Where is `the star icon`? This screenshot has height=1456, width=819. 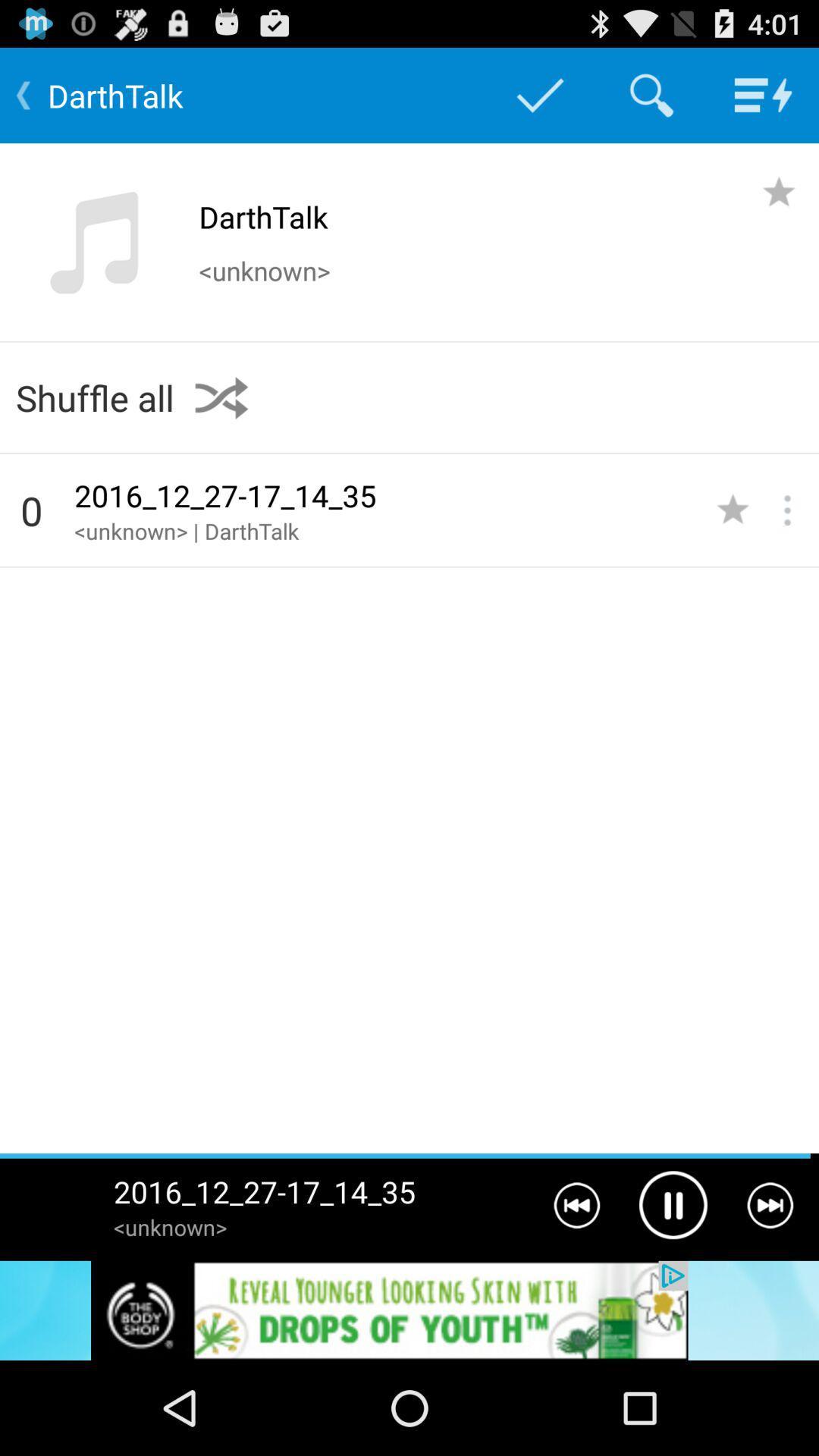
the star icon is located at coordinates (779, 203).